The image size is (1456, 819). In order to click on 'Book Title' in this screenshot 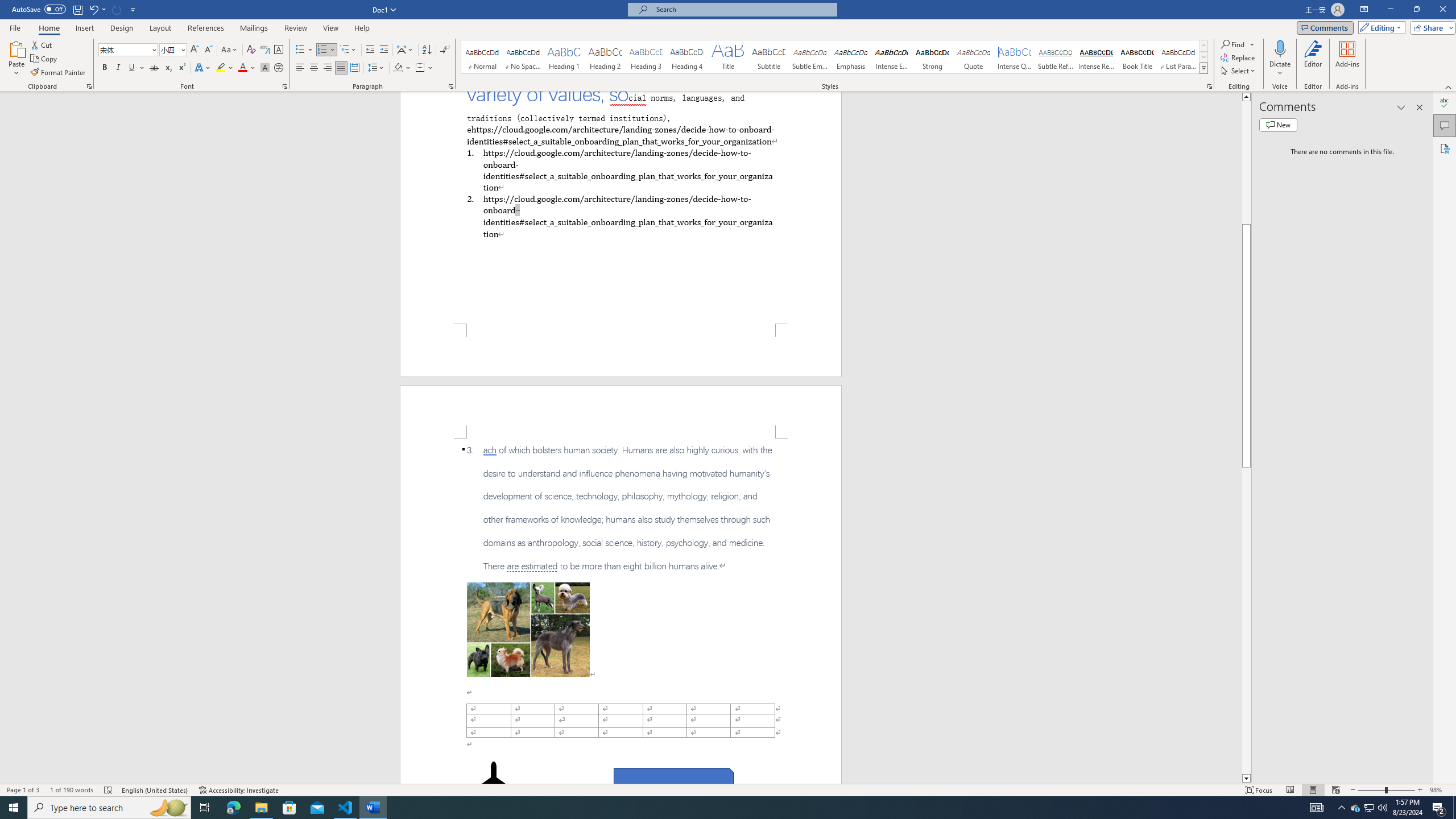, I will do `click(1136, 56)`.